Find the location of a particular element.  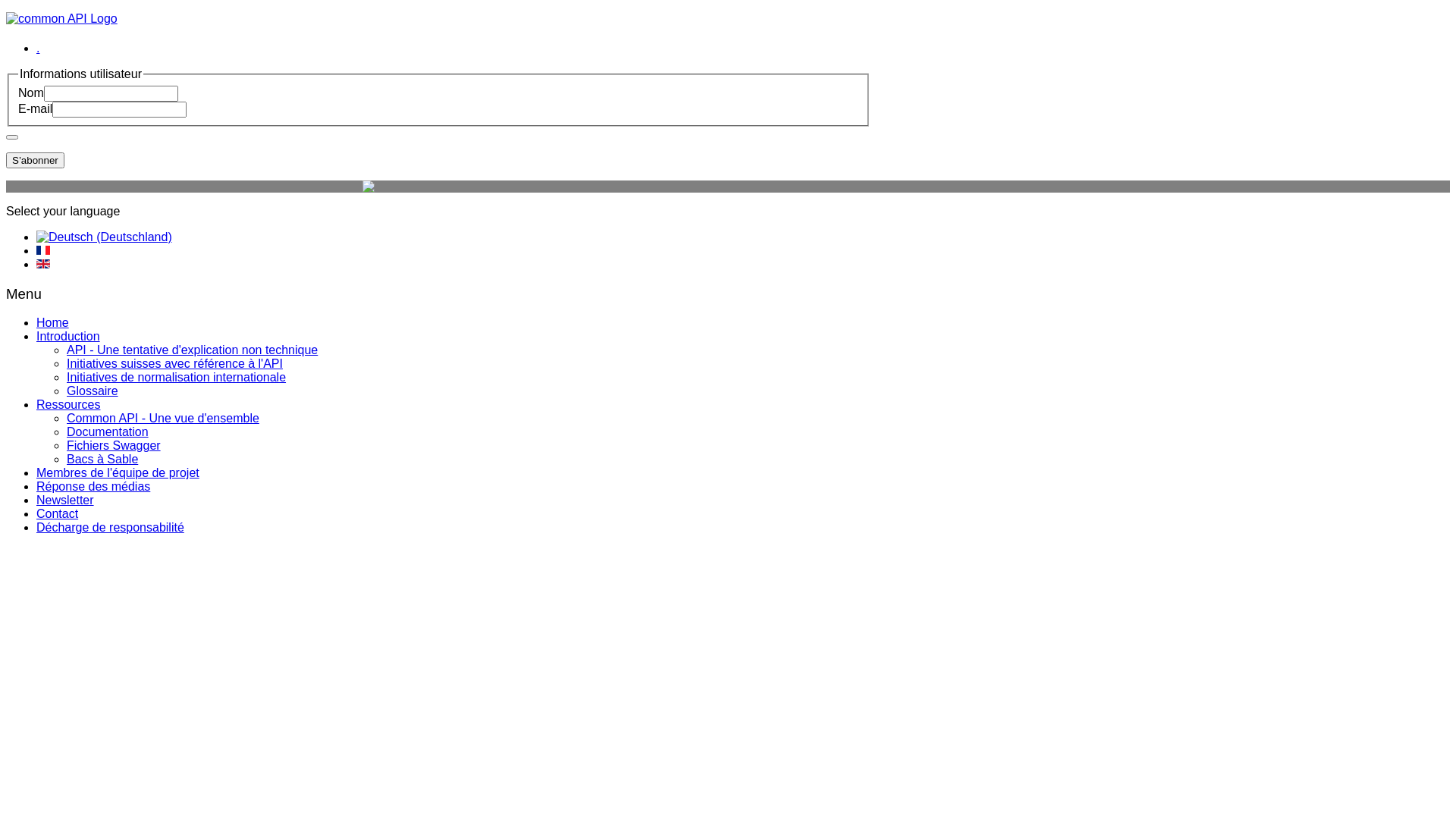

'English (United Kingdom)' is located at coordinates (43, 262).